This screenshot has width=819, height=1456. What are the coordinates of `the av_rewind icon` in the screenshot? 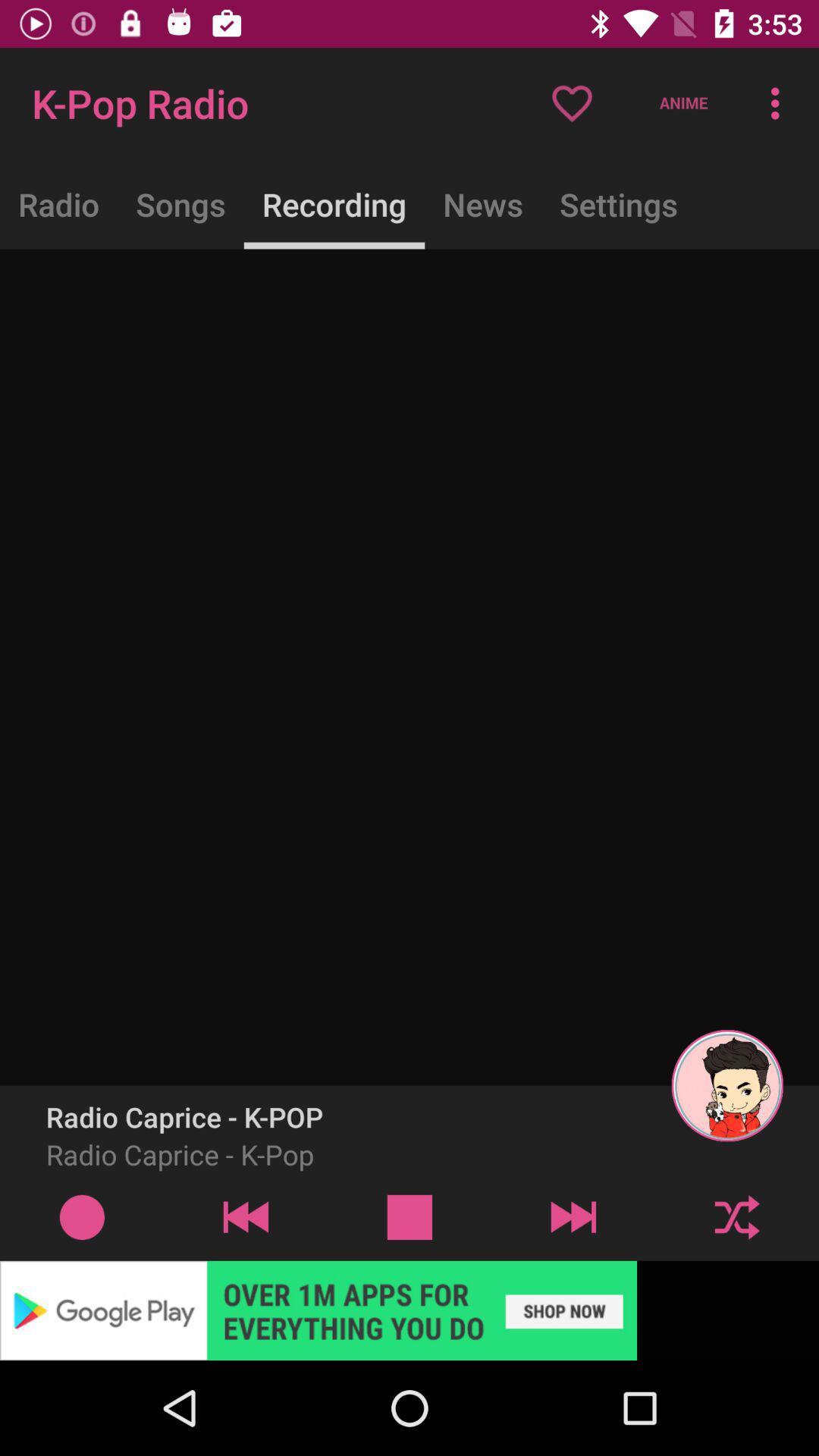 It's located at (245, 1216).